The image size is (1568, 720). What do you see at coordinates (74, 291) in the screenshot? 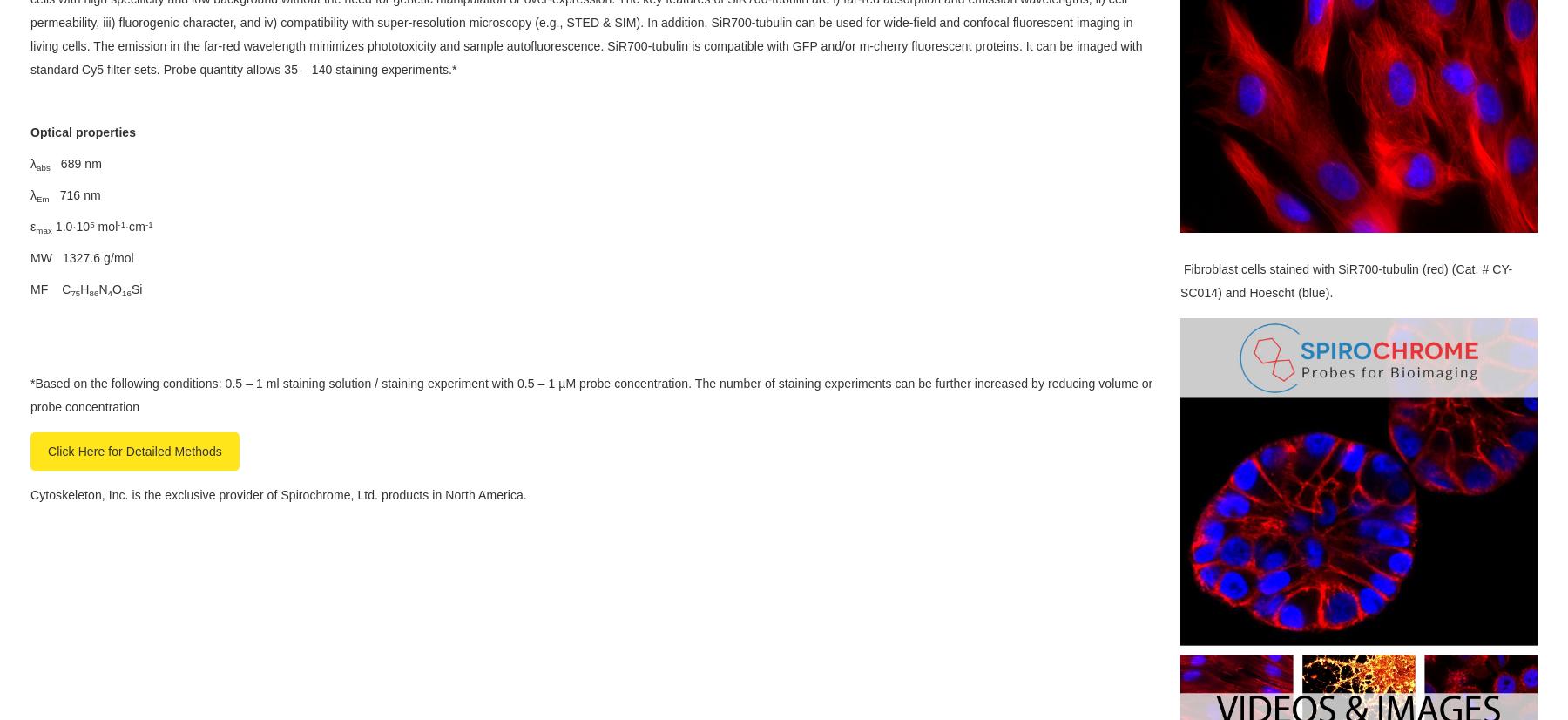
I see `'75'` at bounding box center [74, 291].